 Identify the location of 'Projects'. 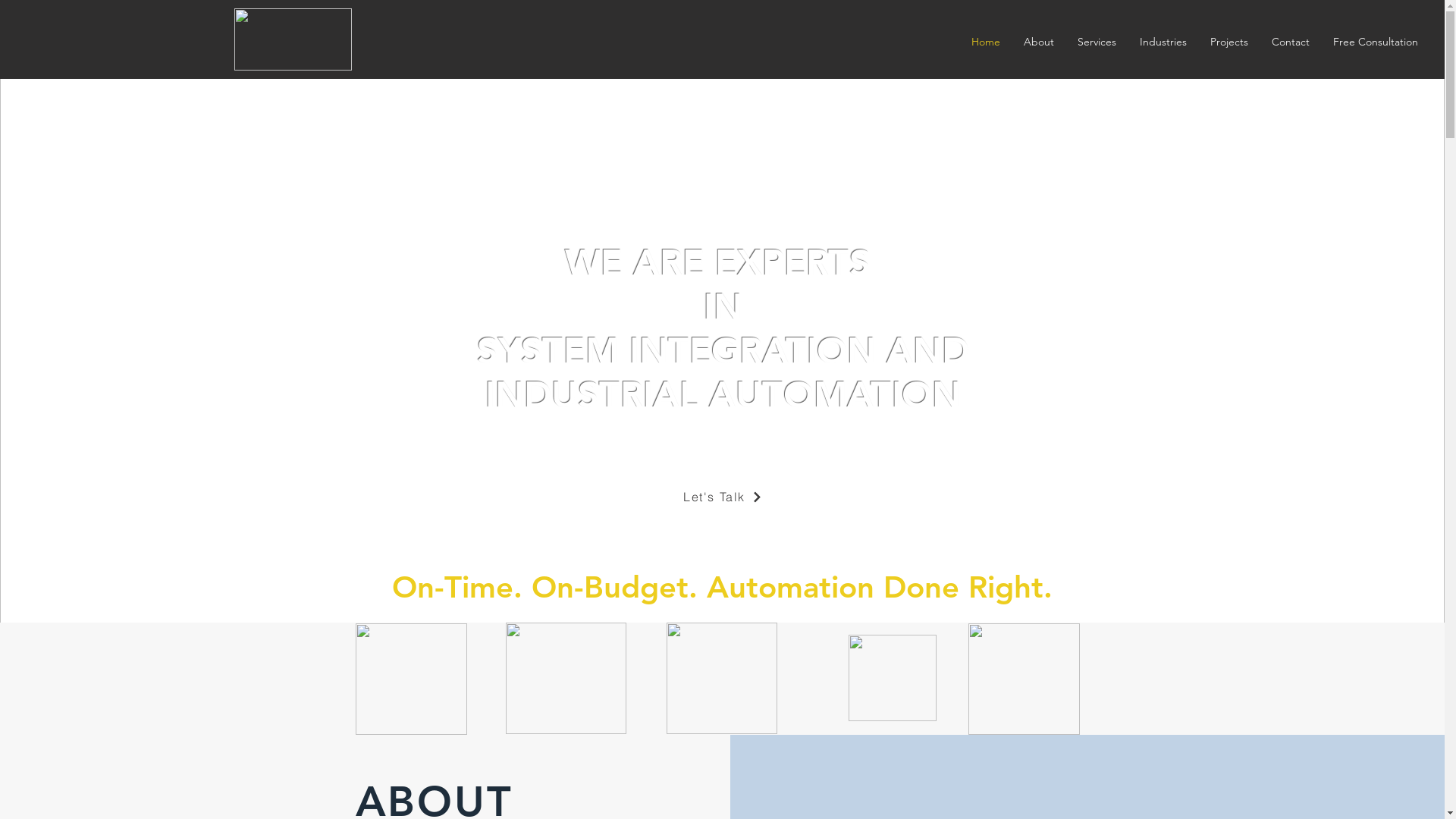
(1197, 41).